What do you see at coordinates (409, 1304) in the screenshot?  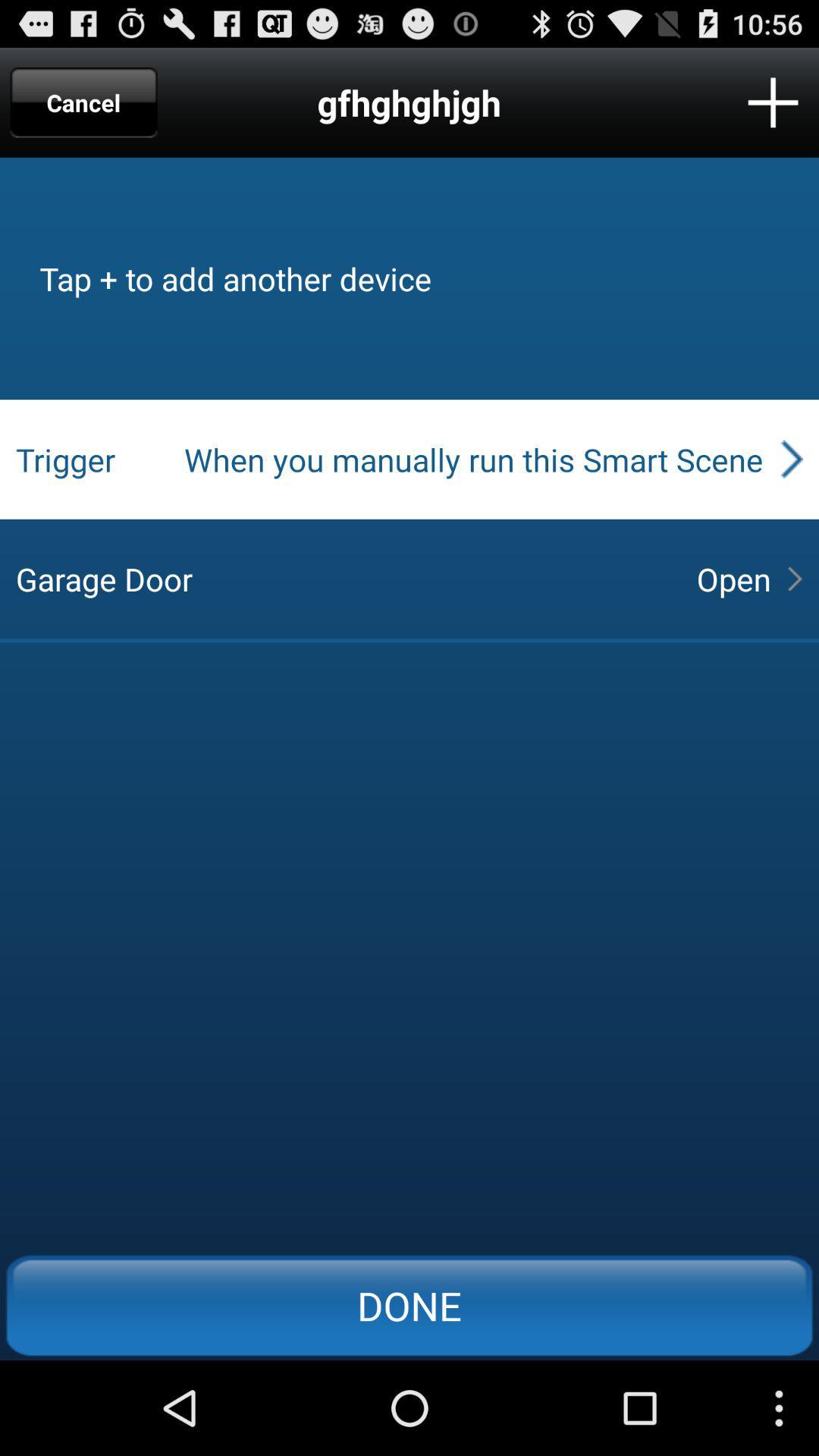 I see `done button` at bounding box center [409, 1304].